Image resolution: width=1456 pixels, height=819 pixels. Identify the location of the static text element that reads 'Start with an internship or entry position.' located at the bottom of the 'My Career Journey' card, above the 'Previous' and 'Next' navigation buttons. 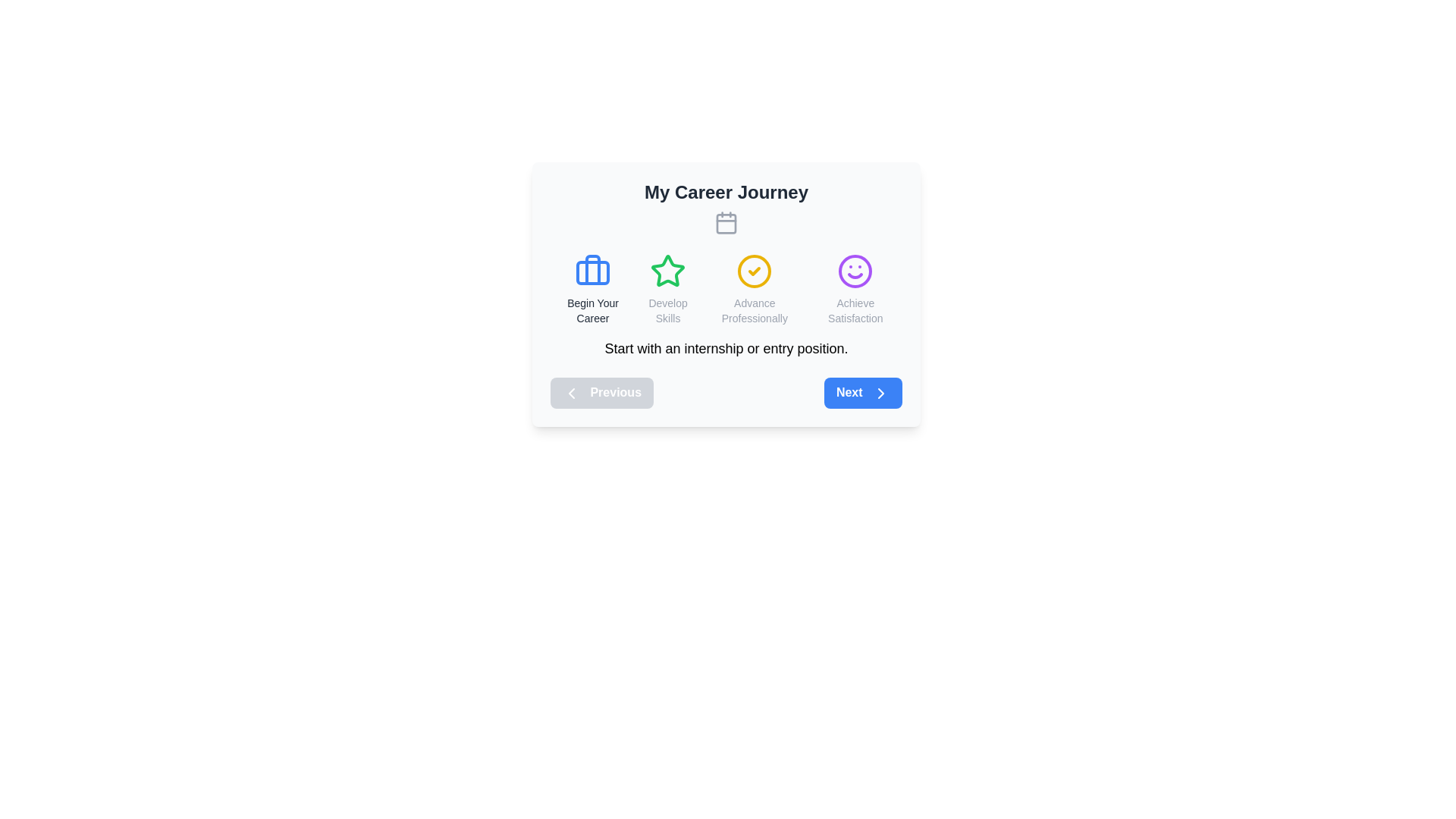
(726, 348).